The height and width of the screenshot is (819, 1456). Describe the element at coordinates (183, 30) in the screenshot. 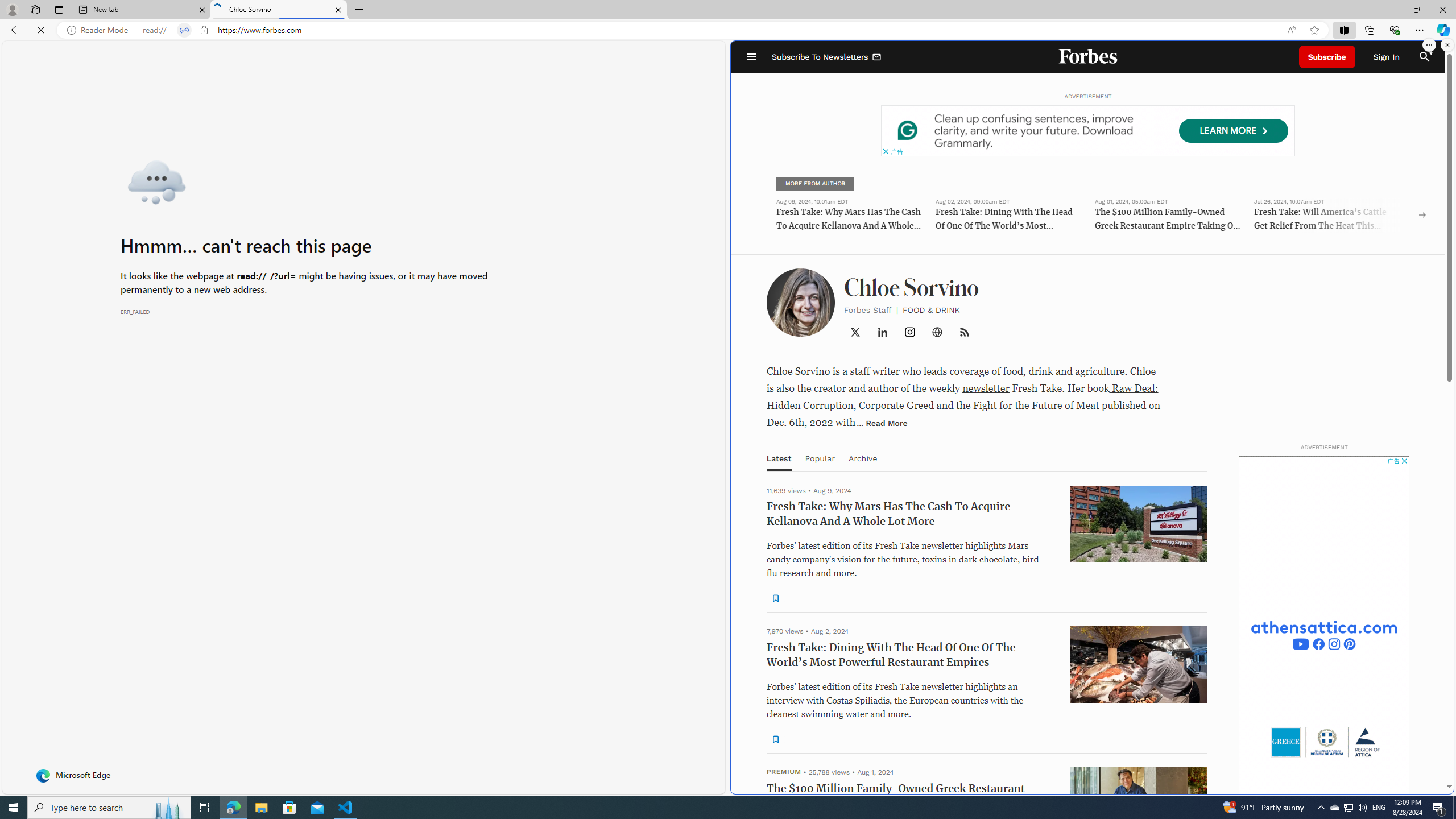

I see `'Tabs in split screen'` at that location.